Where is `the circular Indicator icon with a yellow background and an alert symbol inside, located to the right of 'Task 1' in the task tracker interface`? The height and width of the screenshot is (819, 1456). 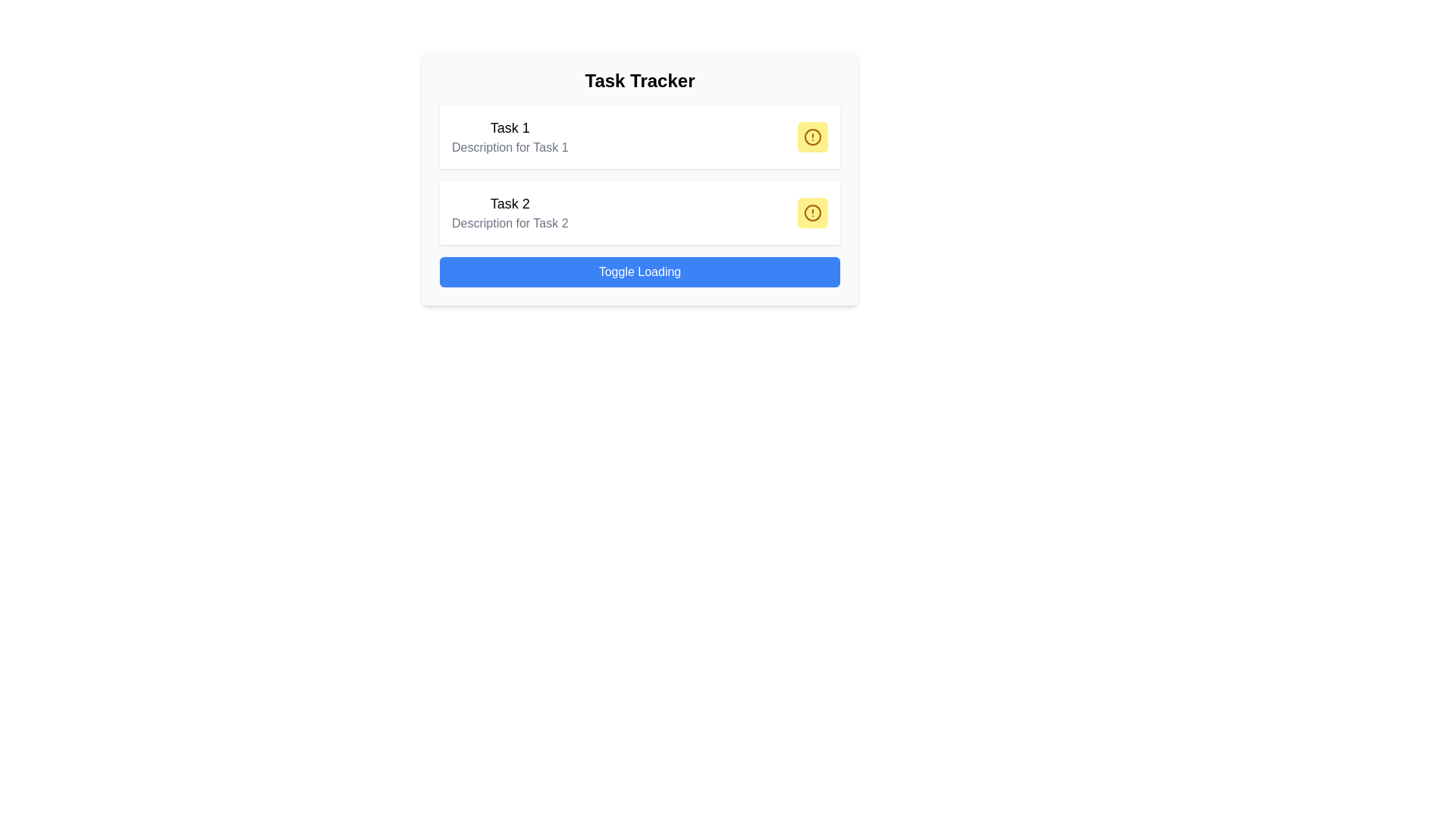 the circular Indicator icon with a yellow background and an alert symbol inside, located to the right of 'Task 1' in the task tracker interface is located at coordinates (811, 137).